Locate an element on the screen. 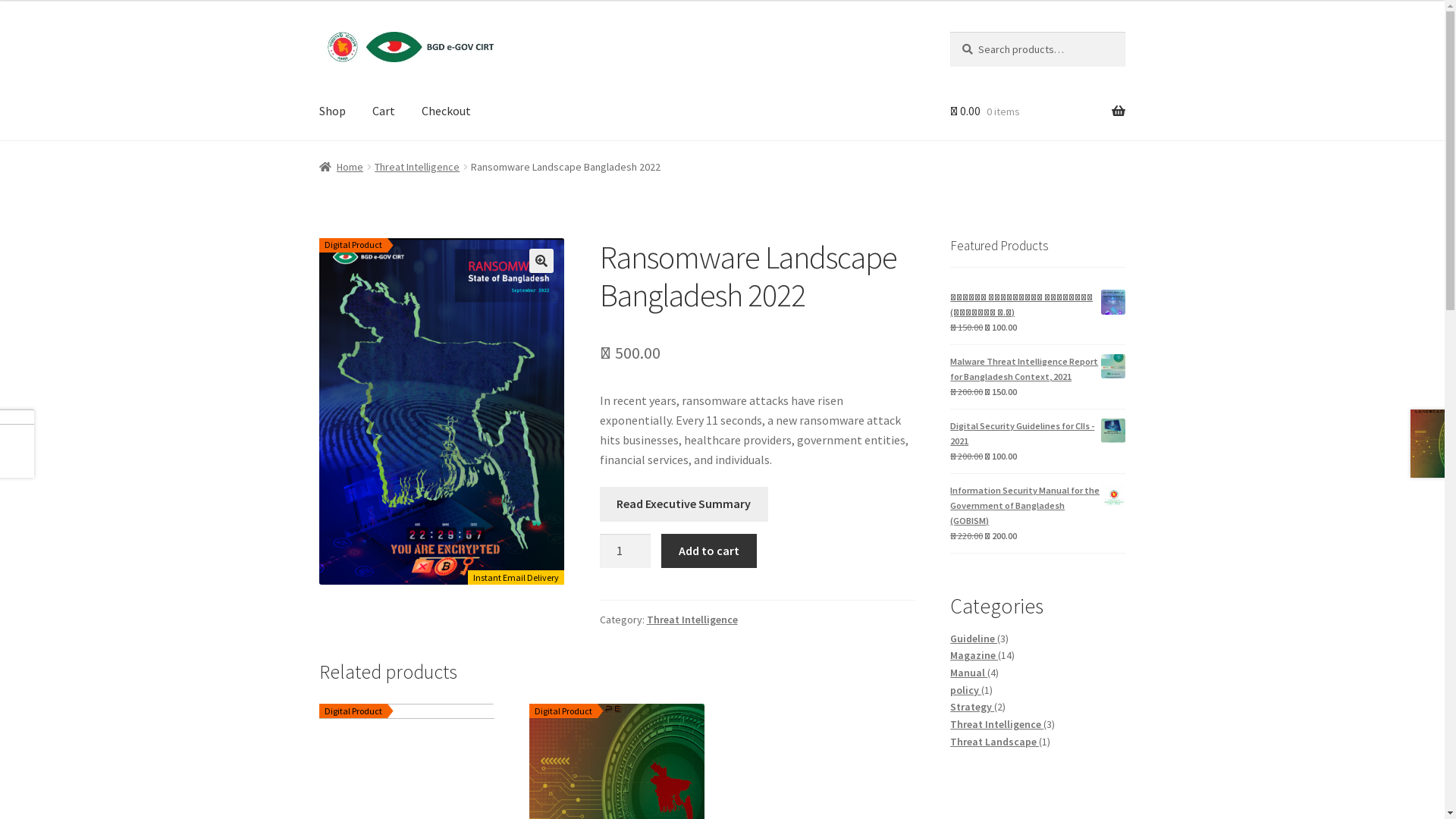  'Magazine' is located at coordinates (974, 654).